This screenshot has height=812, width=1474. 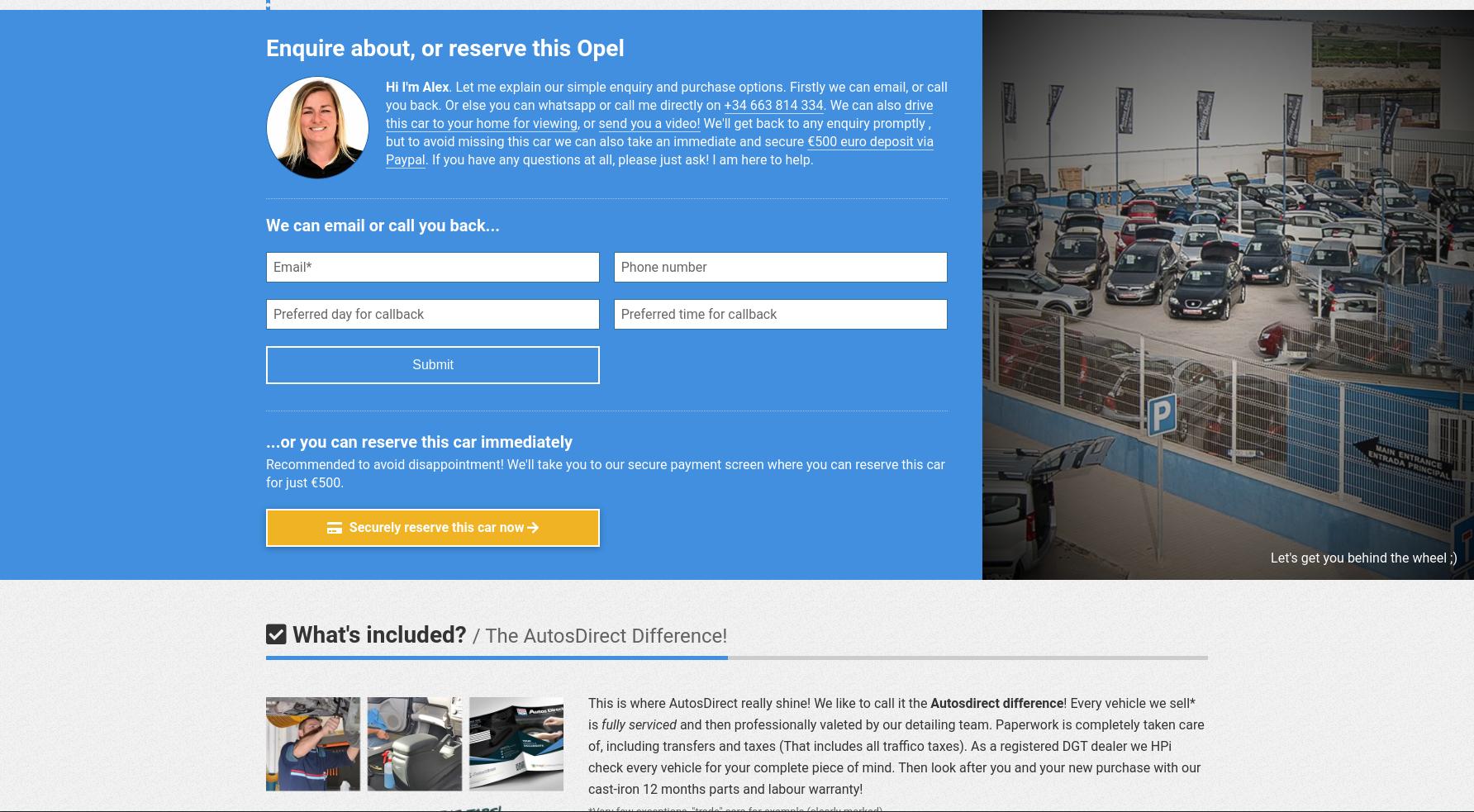 What do you see at coordinates (266, 473) in the screenshot?
I see `'Re­com­men­ded to avoid dis­ap­point­ment! We'll take you to our se­cure pay­ment screen where you can re­serve this car for just €500.'` at bounding box center [266, 473].